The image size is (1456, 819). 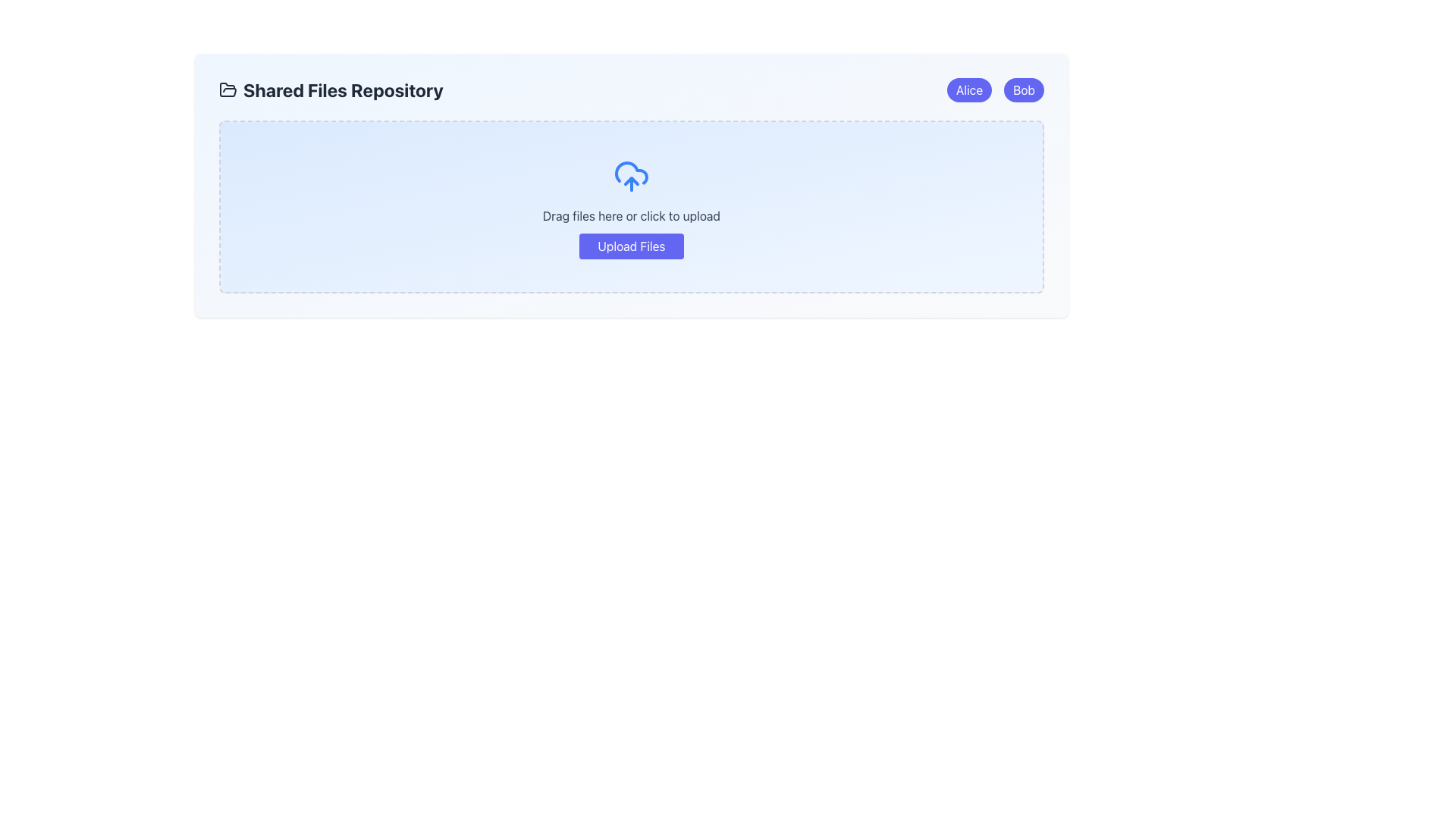 I want to click on the non-interactive display tags representing 'Alice' and 'Bob' located in the top-right of the bar above the main interface, so click(x=995, y=90).